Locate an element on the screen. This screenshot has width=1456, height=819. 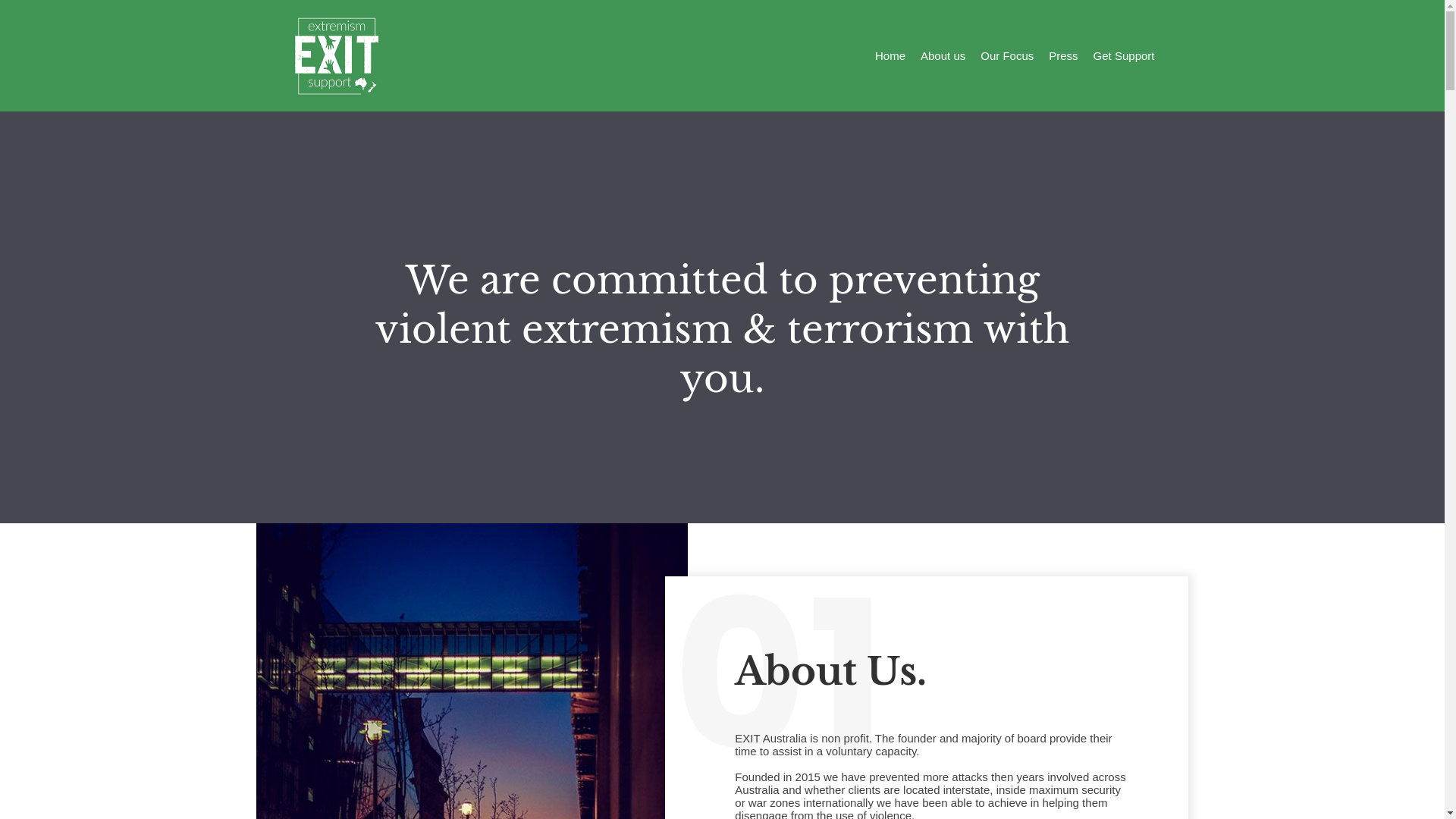
'Press' is located at coordinates (1047, 55).